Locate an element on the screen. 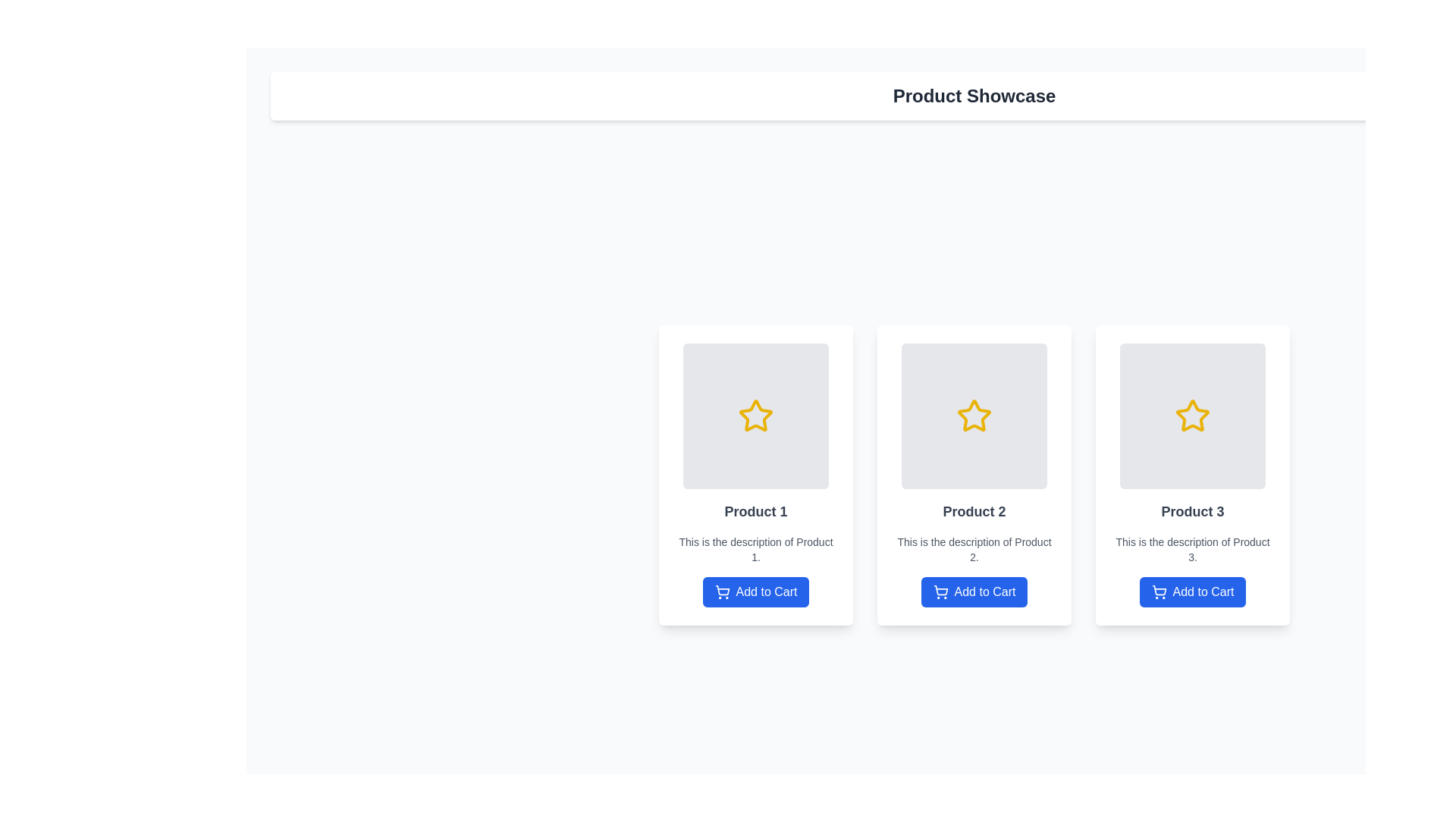 Image resolution: width=1456 pixels, height=819 pixels. the short text description reading 'This is the description of Product 1.' which is located below the 'Product 1' title and above the blue 'Add to Cart' button is located at coordinates (756, 550).